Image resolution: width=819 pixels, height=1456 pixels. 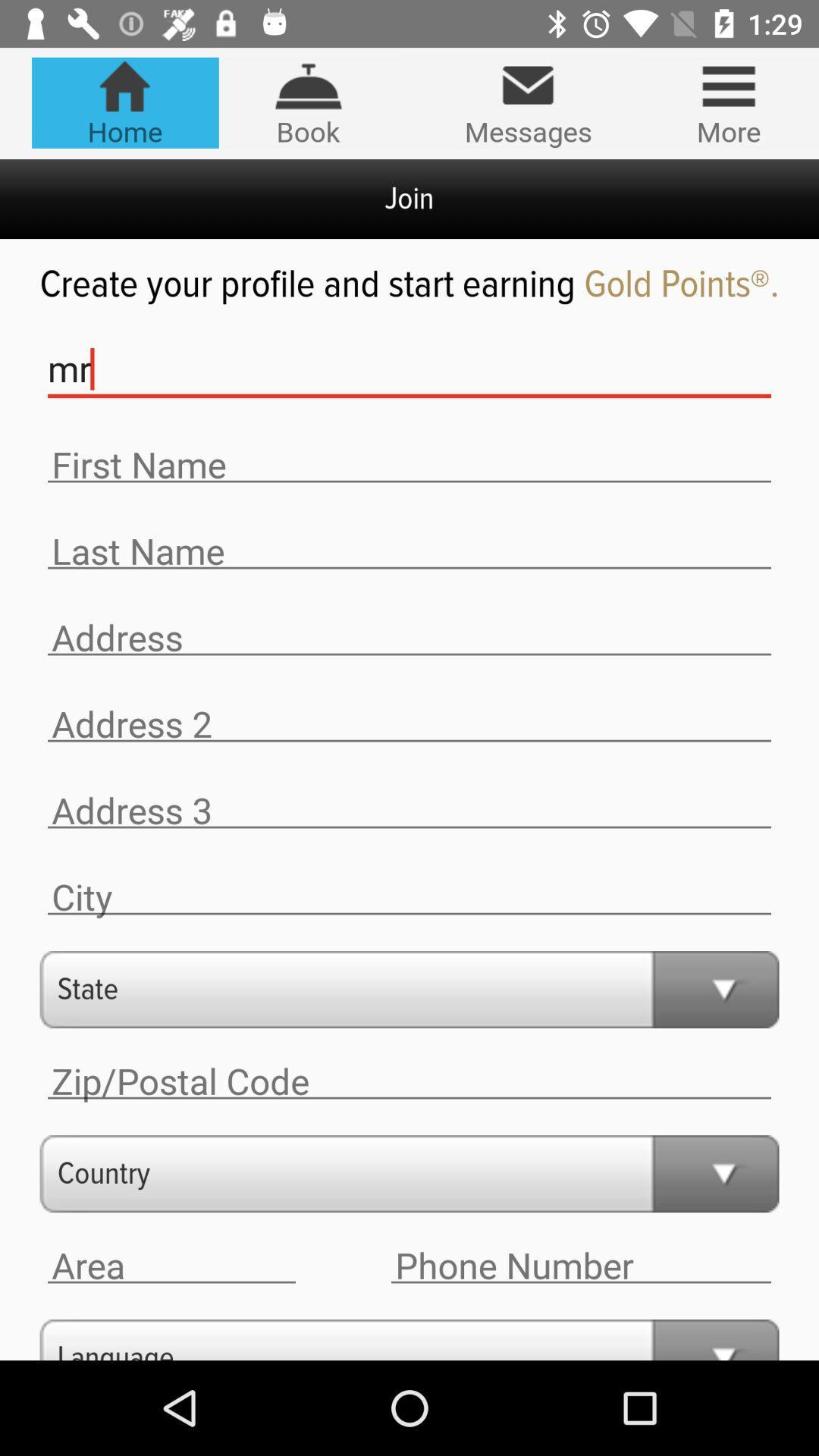 I want to click on nqme, so click(x=409, y=551).